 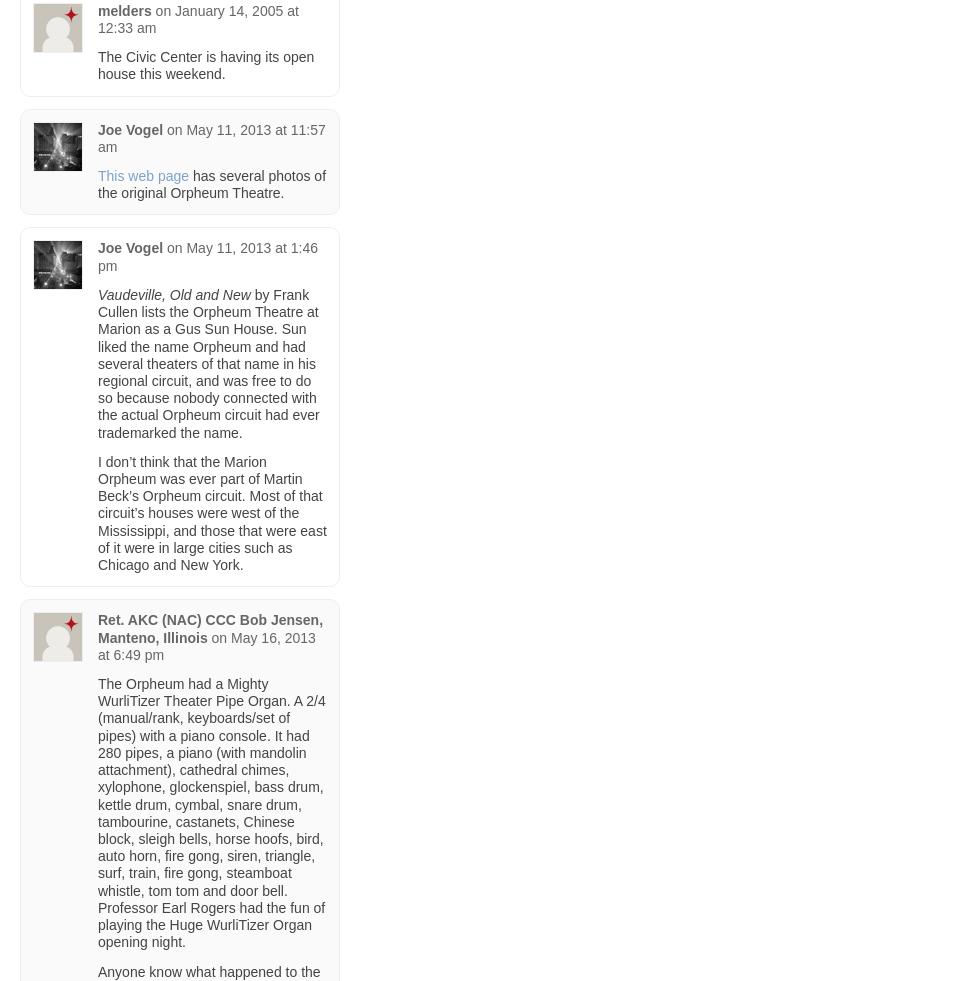 What do you see at coordinates (204, 64) in the screenshot?
I see `'The Civic Center is having its open house this weekend.'` at bounding box center [204, 64].